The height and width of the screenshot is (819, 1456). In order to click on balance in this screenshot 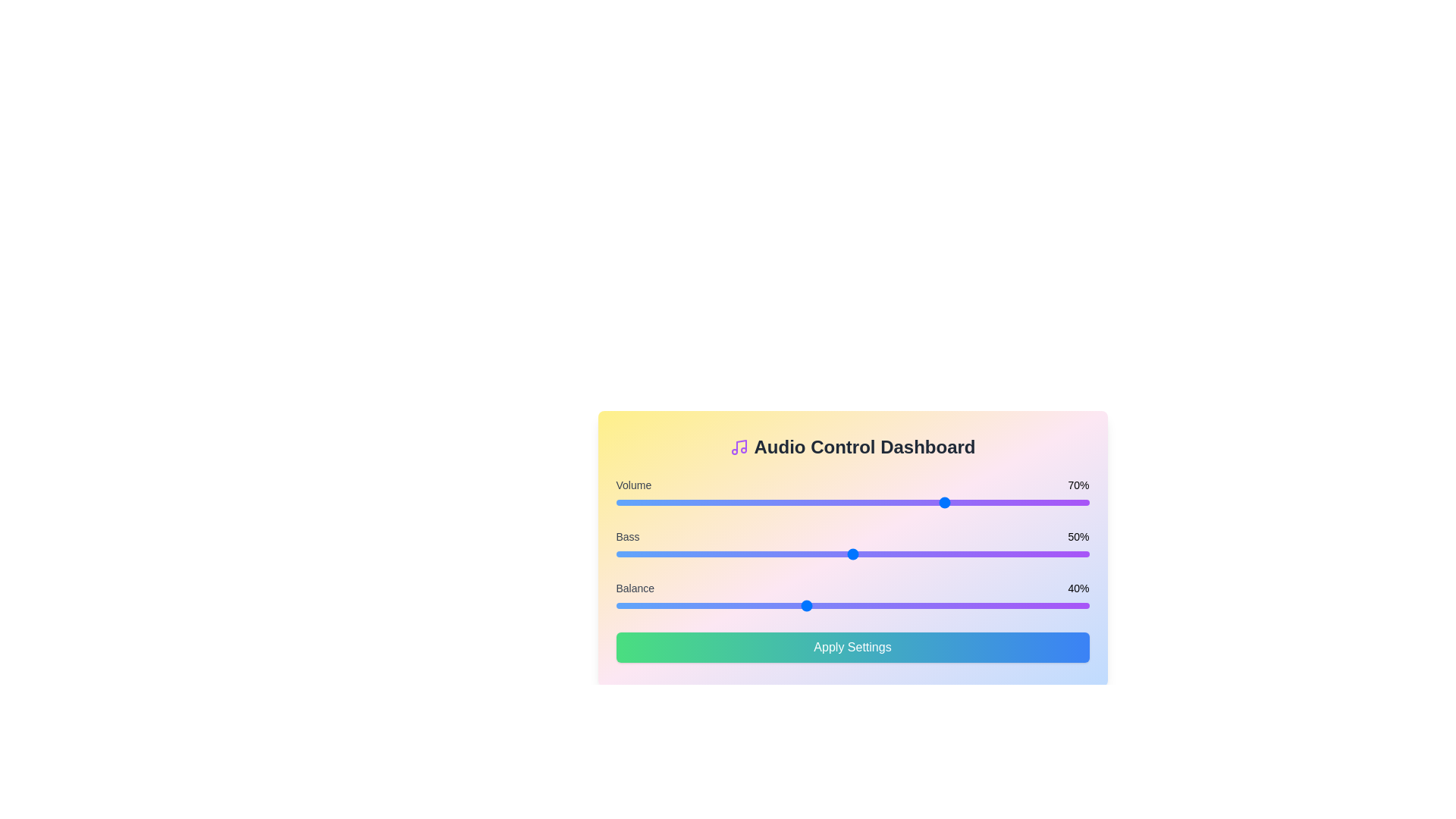, I will do `click(895, 604)`.